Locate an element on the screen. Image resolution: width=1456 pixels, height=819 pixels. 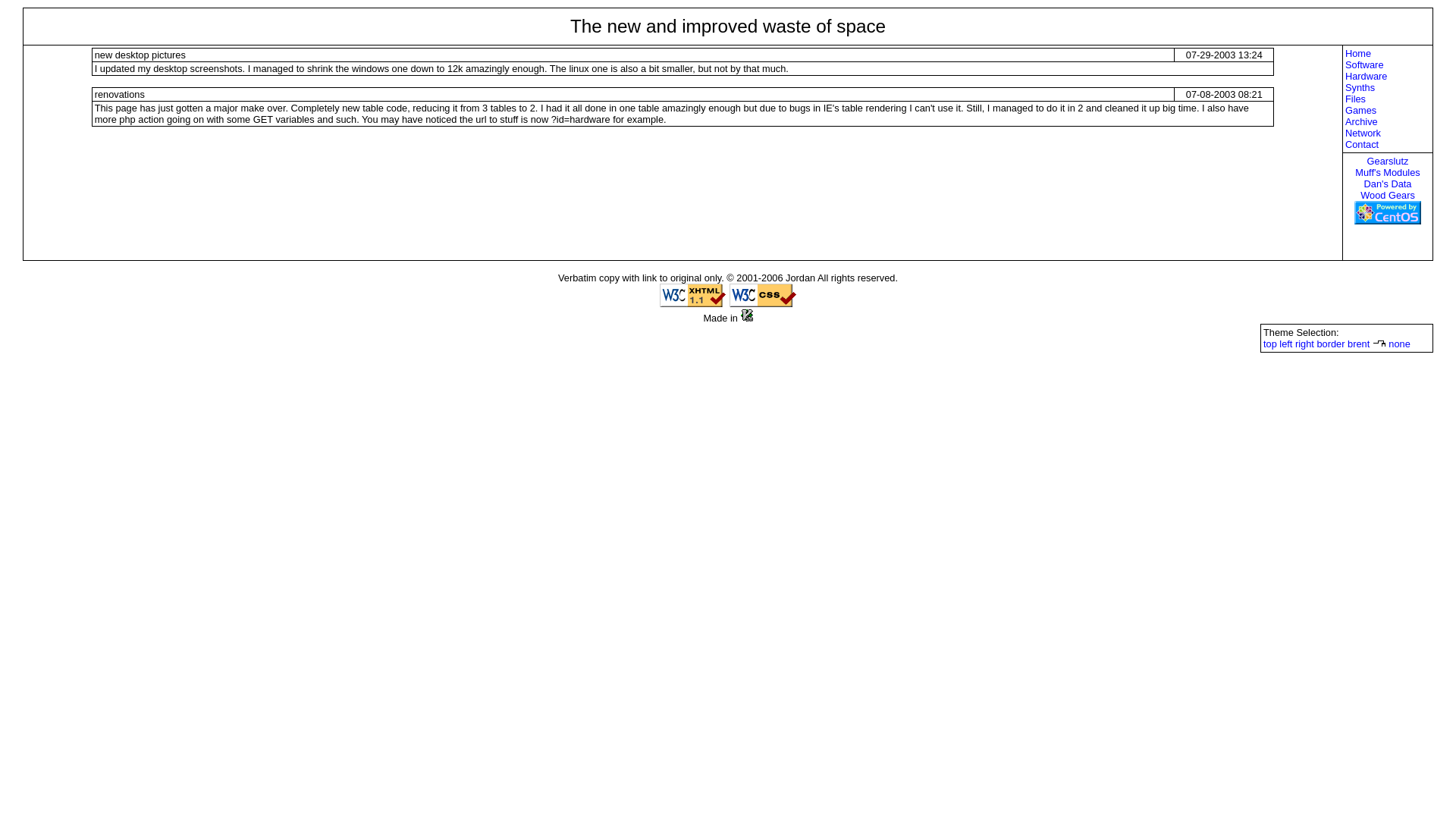
'Files' is located at coordinates (1387, 99).